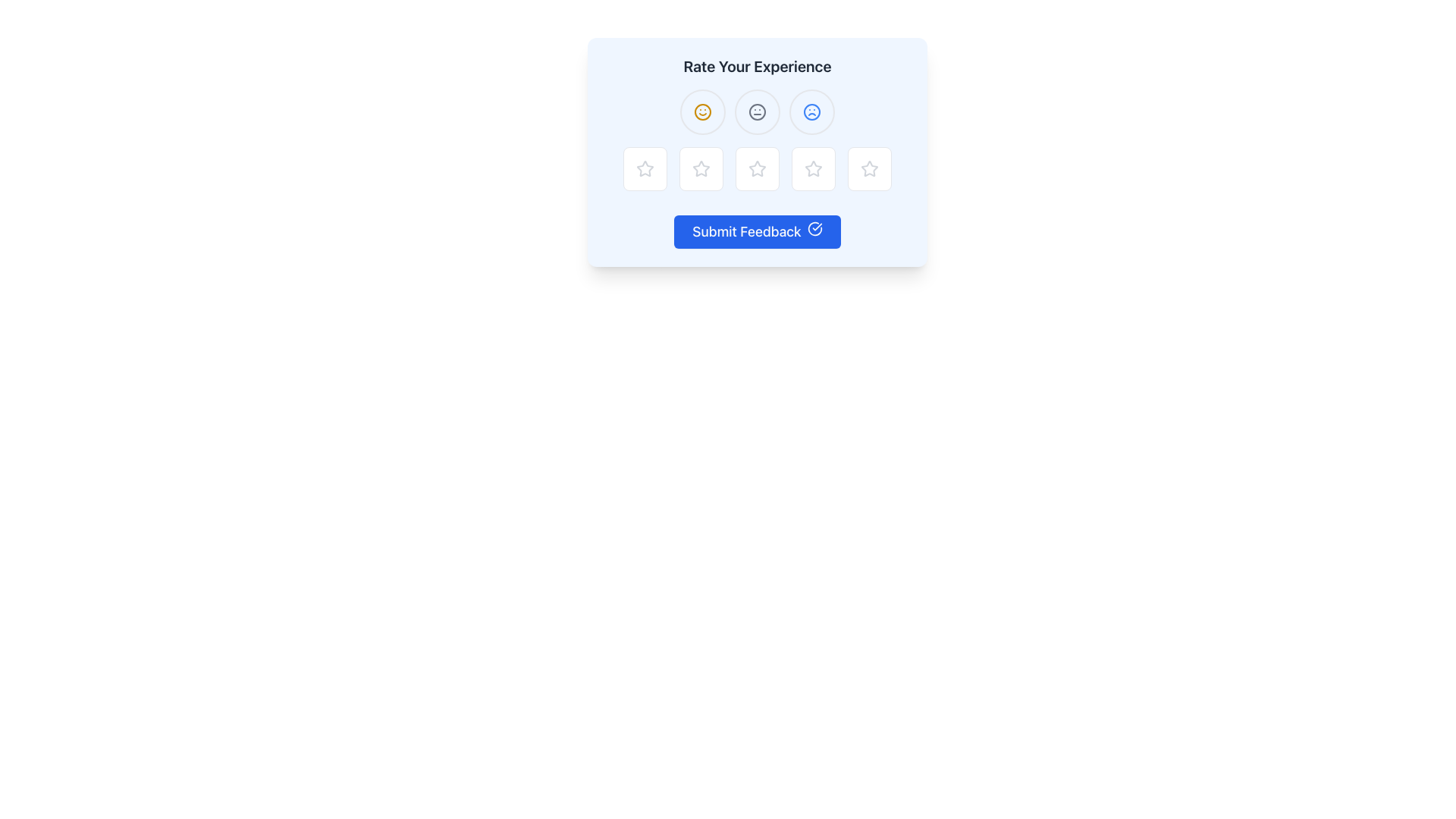 This screenshot has height=819, width=1456. Describe the element at coordinates (814, 228) in the screenshot. I see `the checkmark icon enclosed within a circle, located to the right of the 'Submit Feedback' button` at that location.